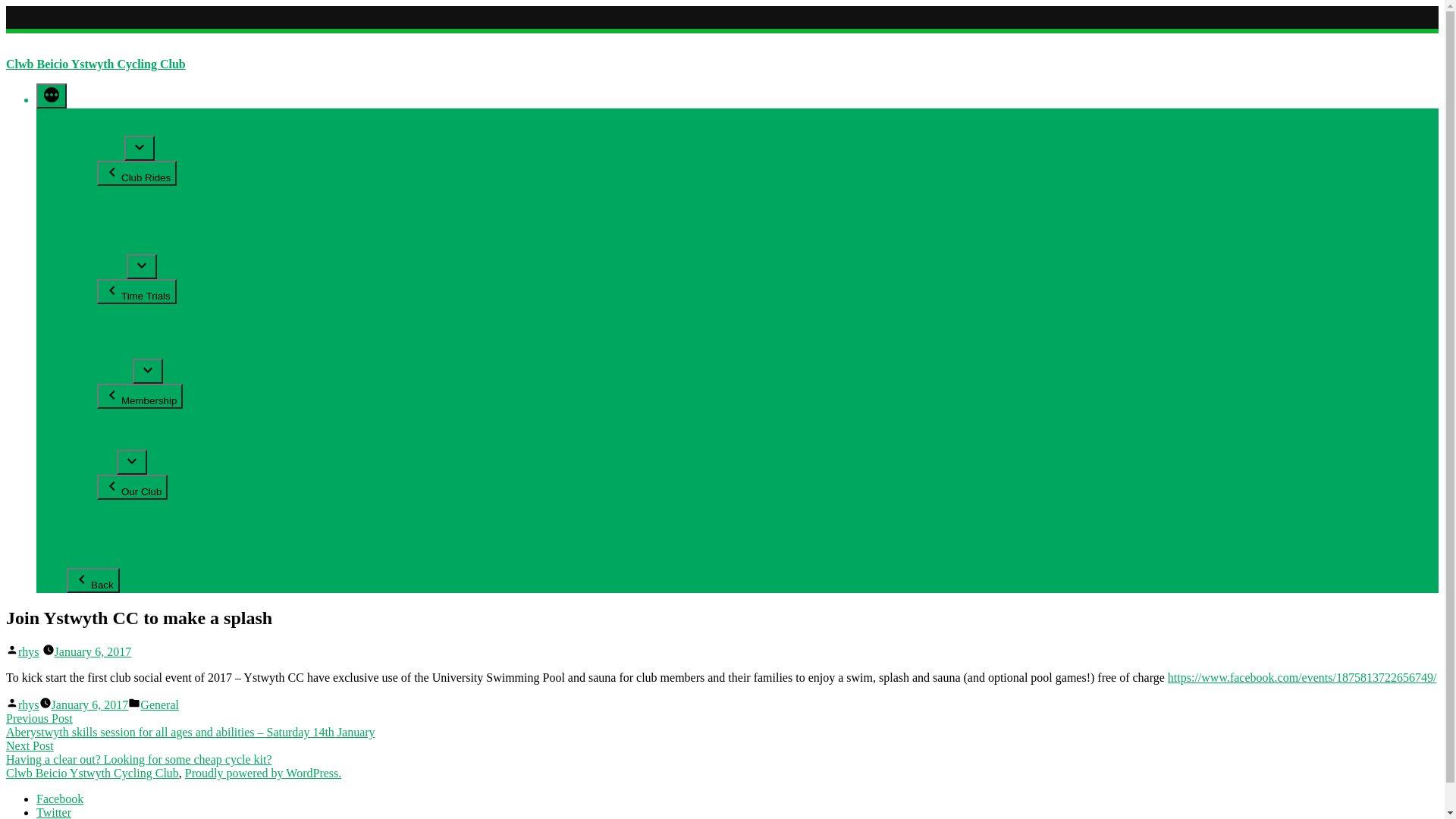 The width and height of the screenshot is (1456, 819). Describe the element at coordinates (126, 506) in the screenshot. I see `'Committee'` at that location.